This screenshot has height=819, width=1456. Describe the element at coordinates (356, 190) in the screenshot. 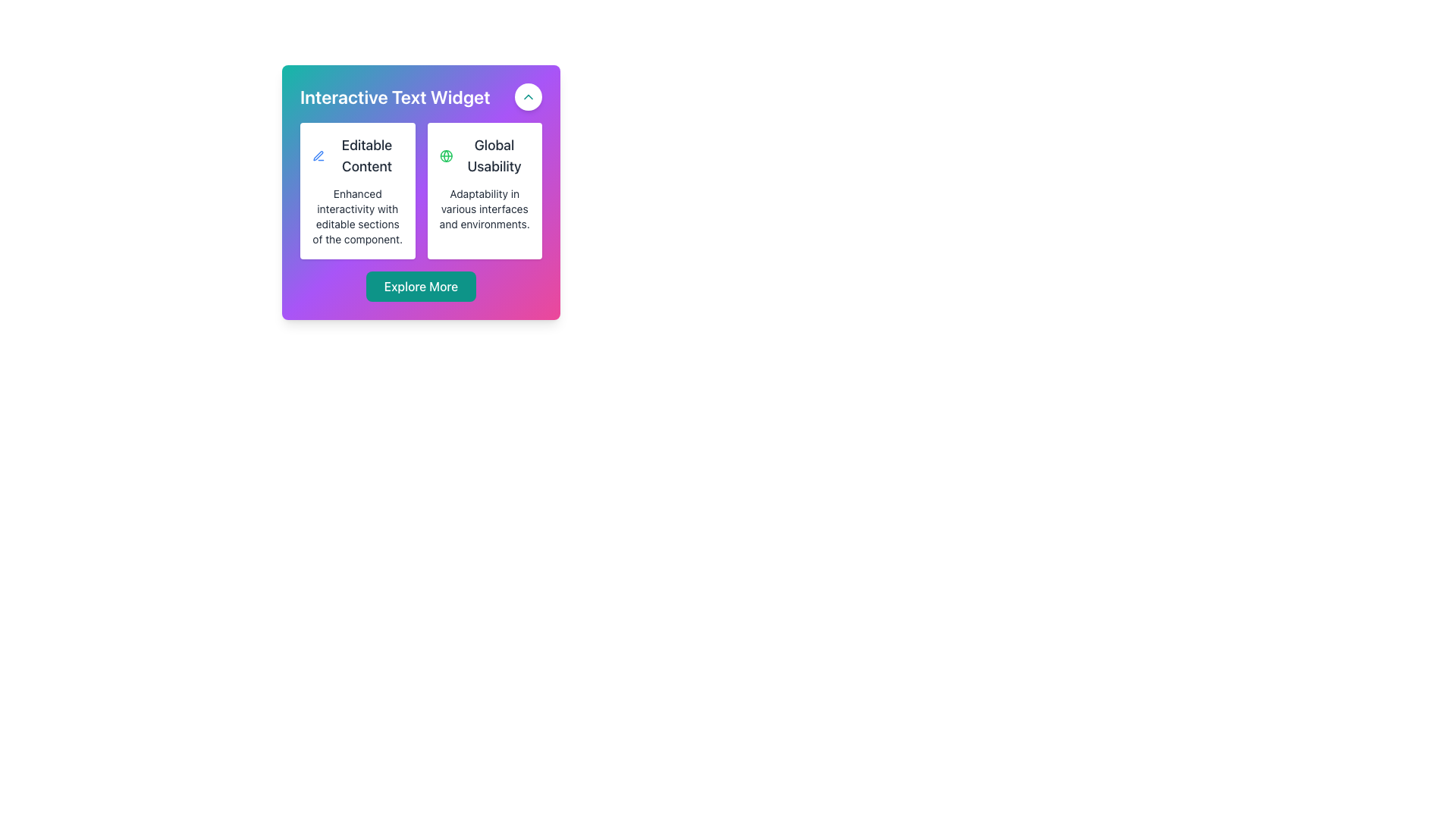

I see `the Informational Card, which is the first card on the left in a two-column grid` at that location.